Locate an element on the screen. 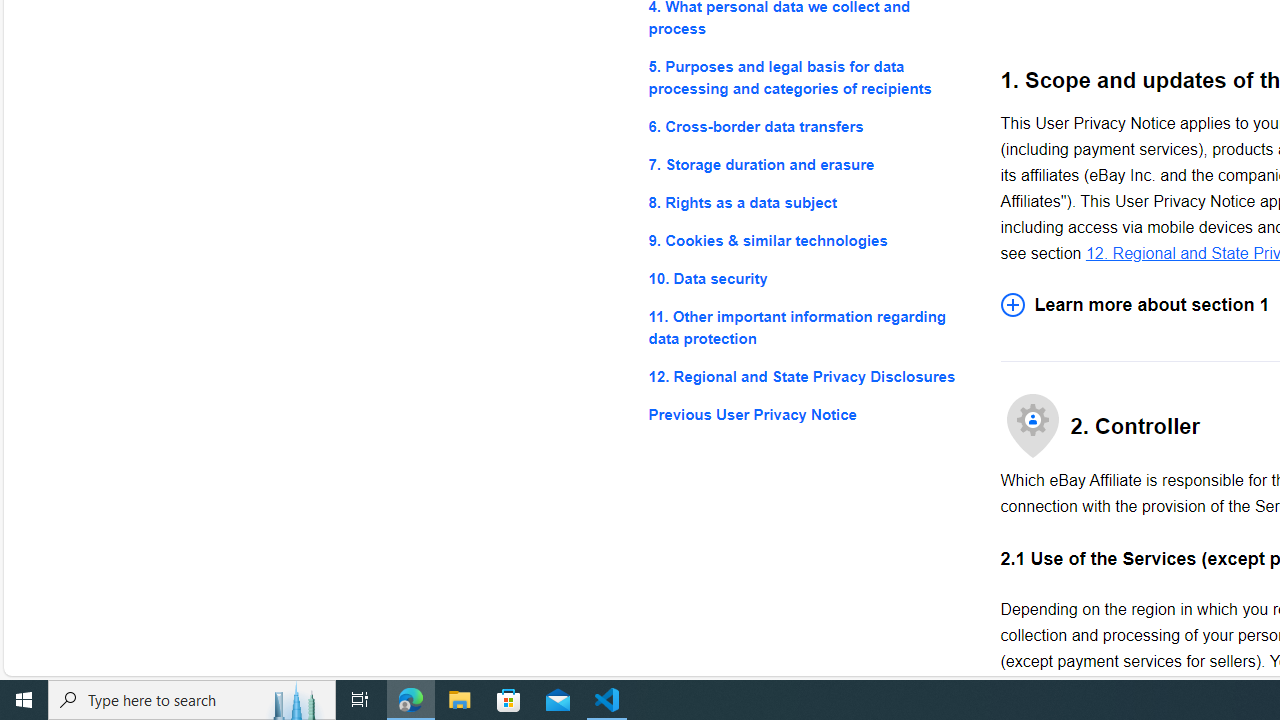  'Previous User Privacy Notice' is located at coordinates (808, 414).